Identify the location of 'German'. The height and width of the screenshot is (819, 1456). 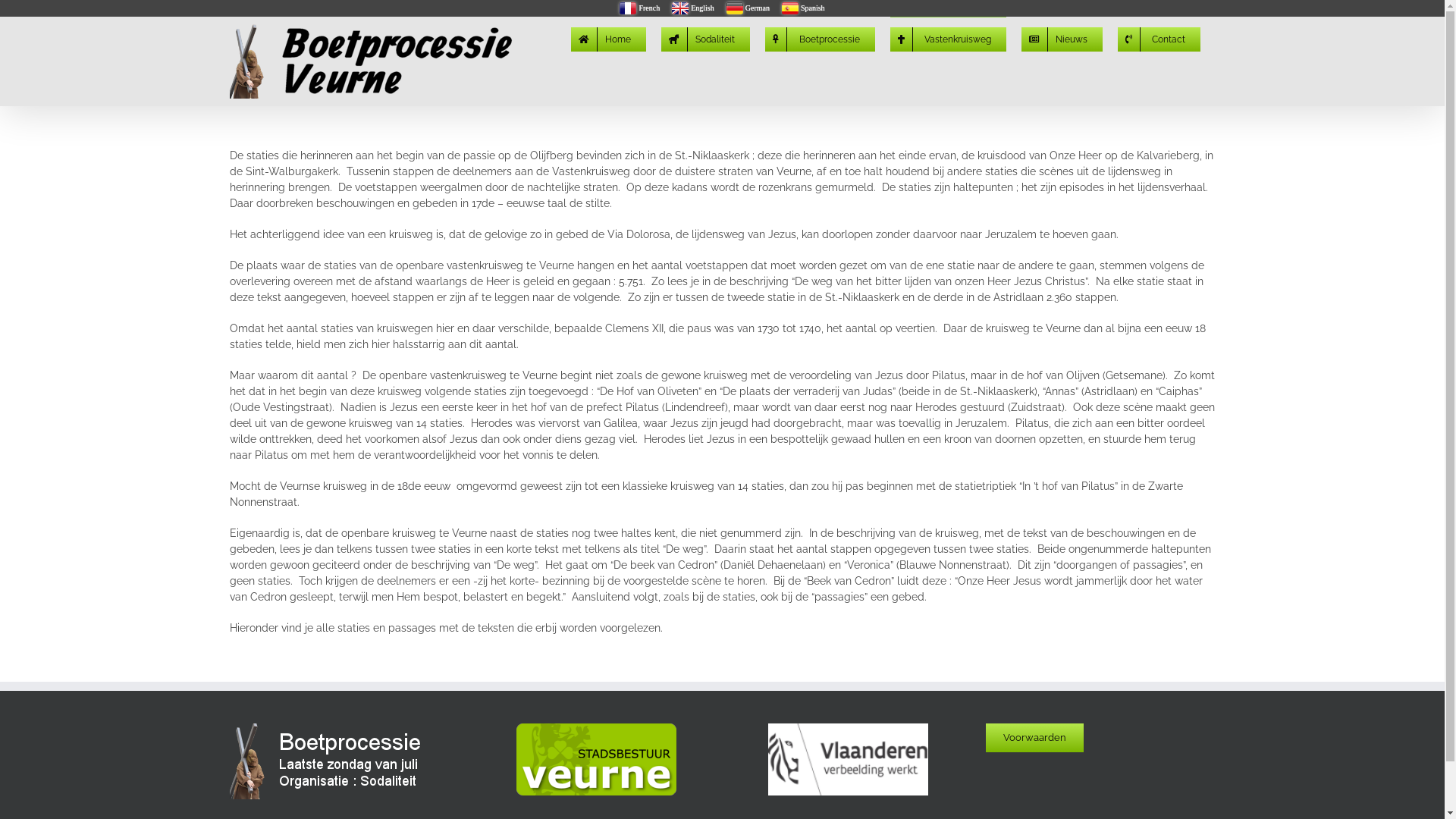
(748, 8).